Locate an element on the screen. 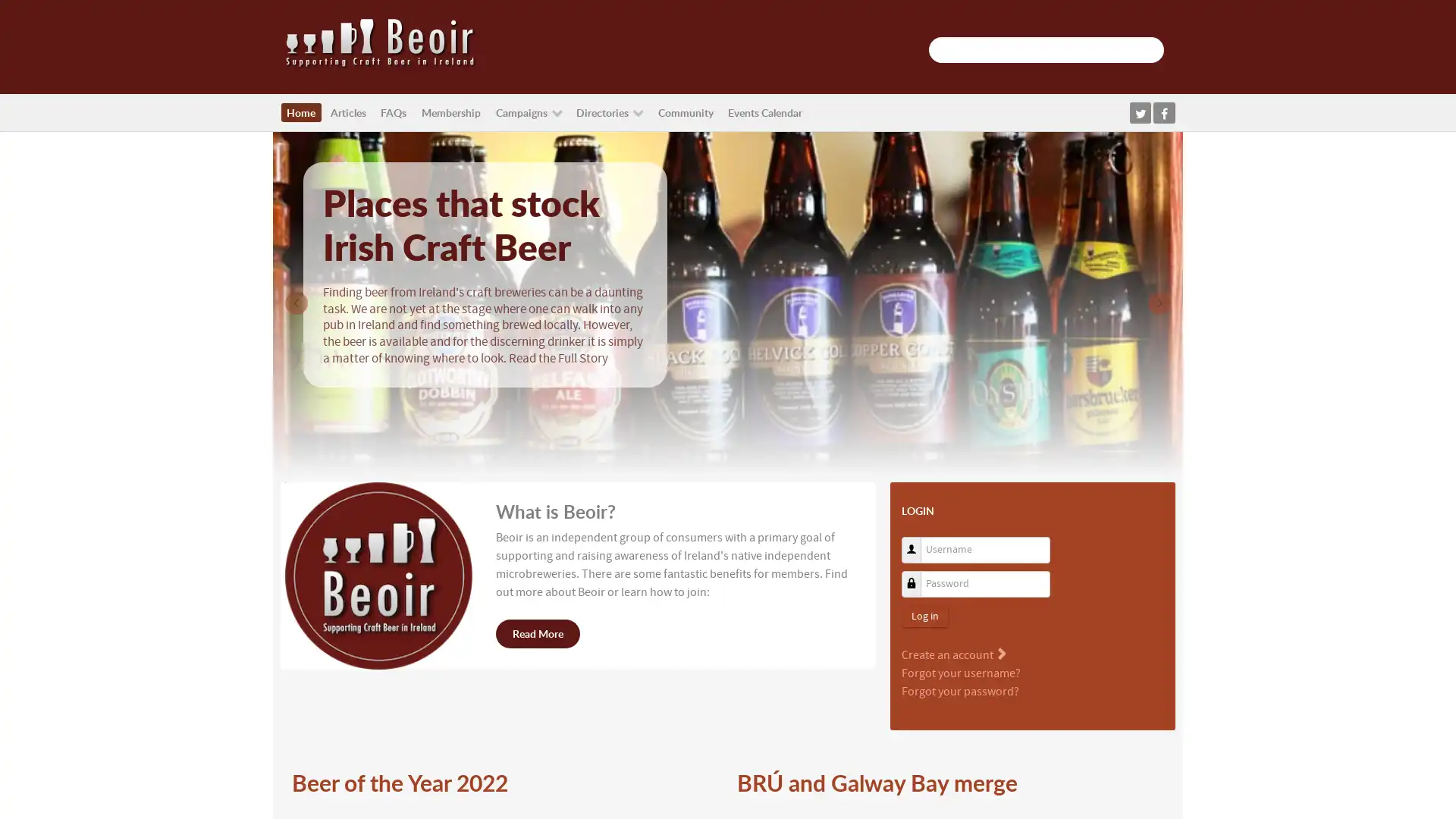  Log in is located at coordinates (924, 617).